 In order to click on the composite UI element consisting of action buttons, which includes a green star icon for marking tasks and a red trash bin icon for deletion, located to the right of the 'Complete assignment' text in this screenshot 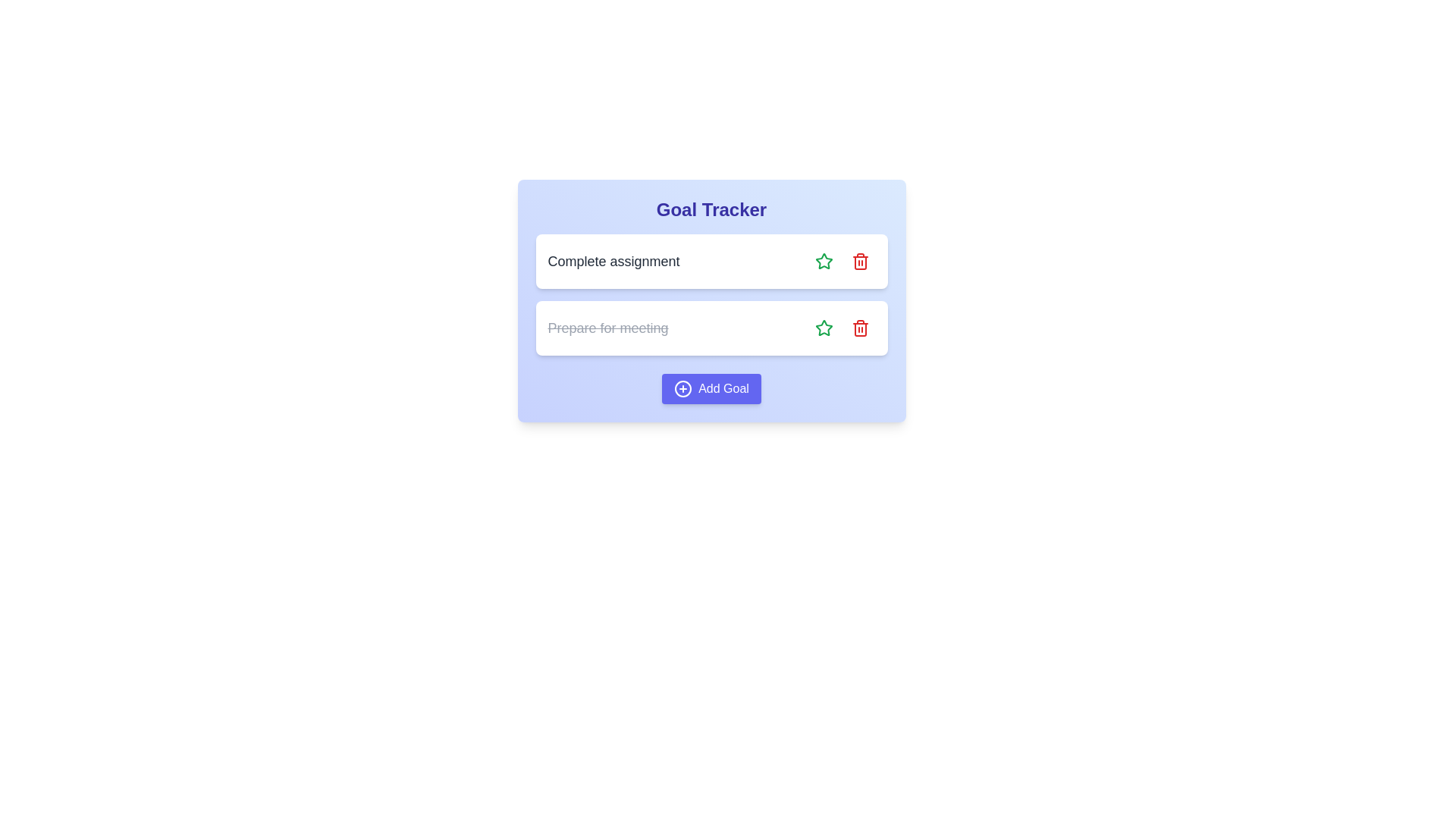, I will do `click(841, 260)`.